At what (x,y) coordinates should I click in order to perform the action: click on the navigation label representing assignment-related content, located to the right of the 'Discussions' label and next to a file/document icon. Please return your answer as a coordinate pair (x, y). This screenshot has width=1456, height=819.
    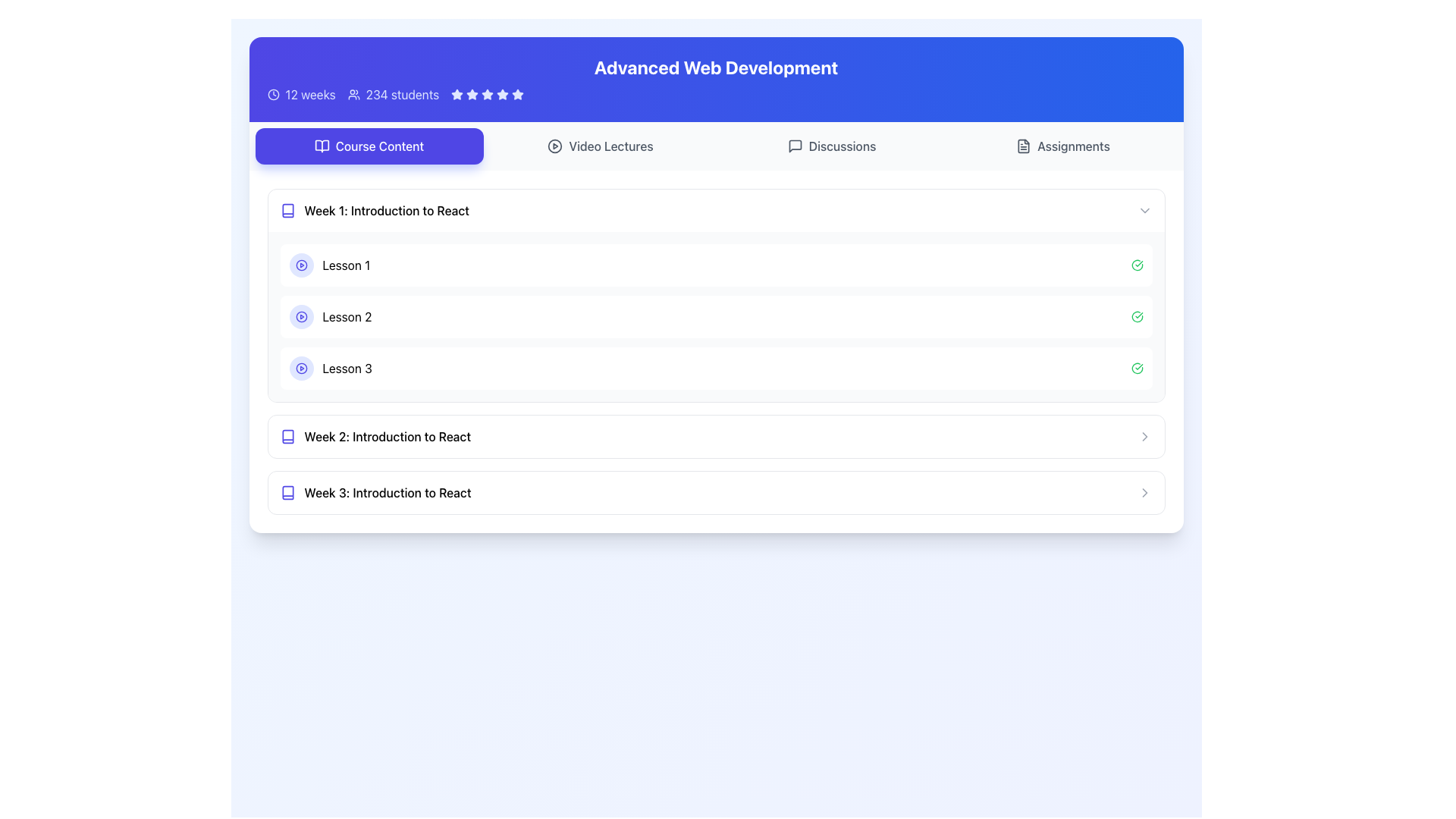
    Looking at the image, I should click on (1073, 146).